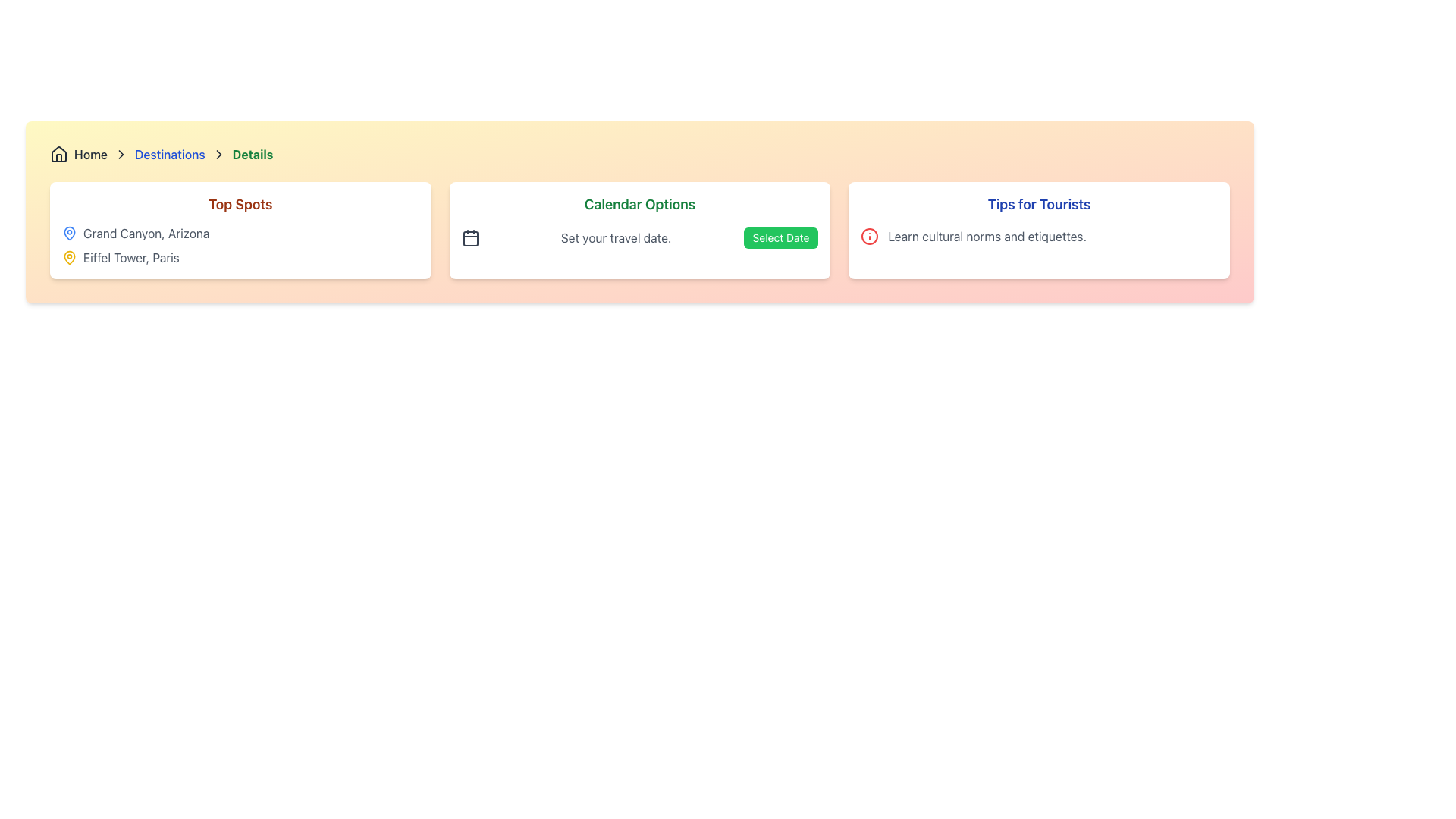 This screenshot has width=1456, height=819. Describe the element at coordinates (1038, 205) in the screenshot. I see `the title text element 'Tips for Tourists' which is displayed in a bold blue font at the top-center of its card` at that location.